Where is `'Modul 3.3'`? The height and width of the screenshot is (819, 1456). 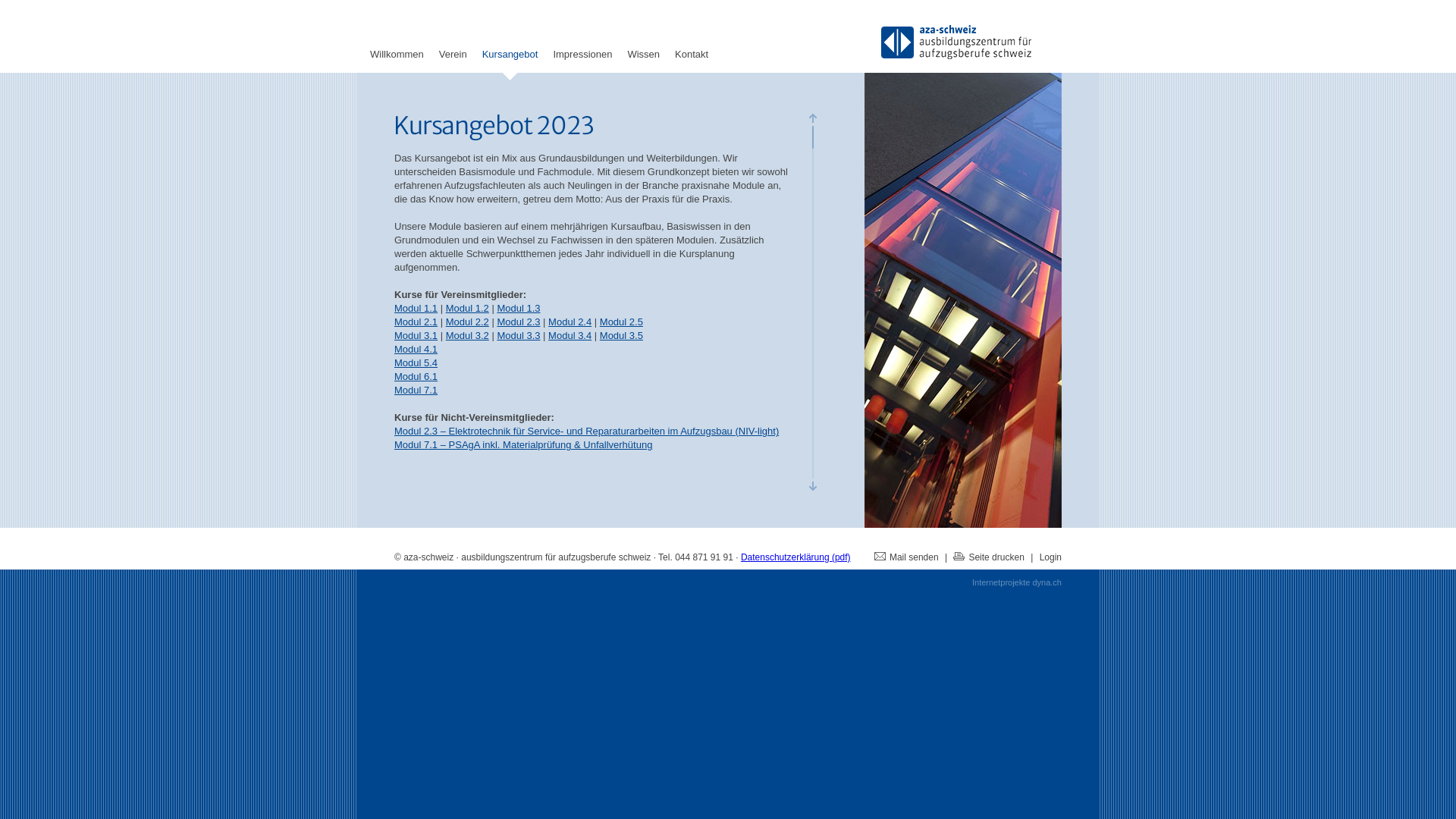 'Modul 3.3' is located at coordinates (518, 334).